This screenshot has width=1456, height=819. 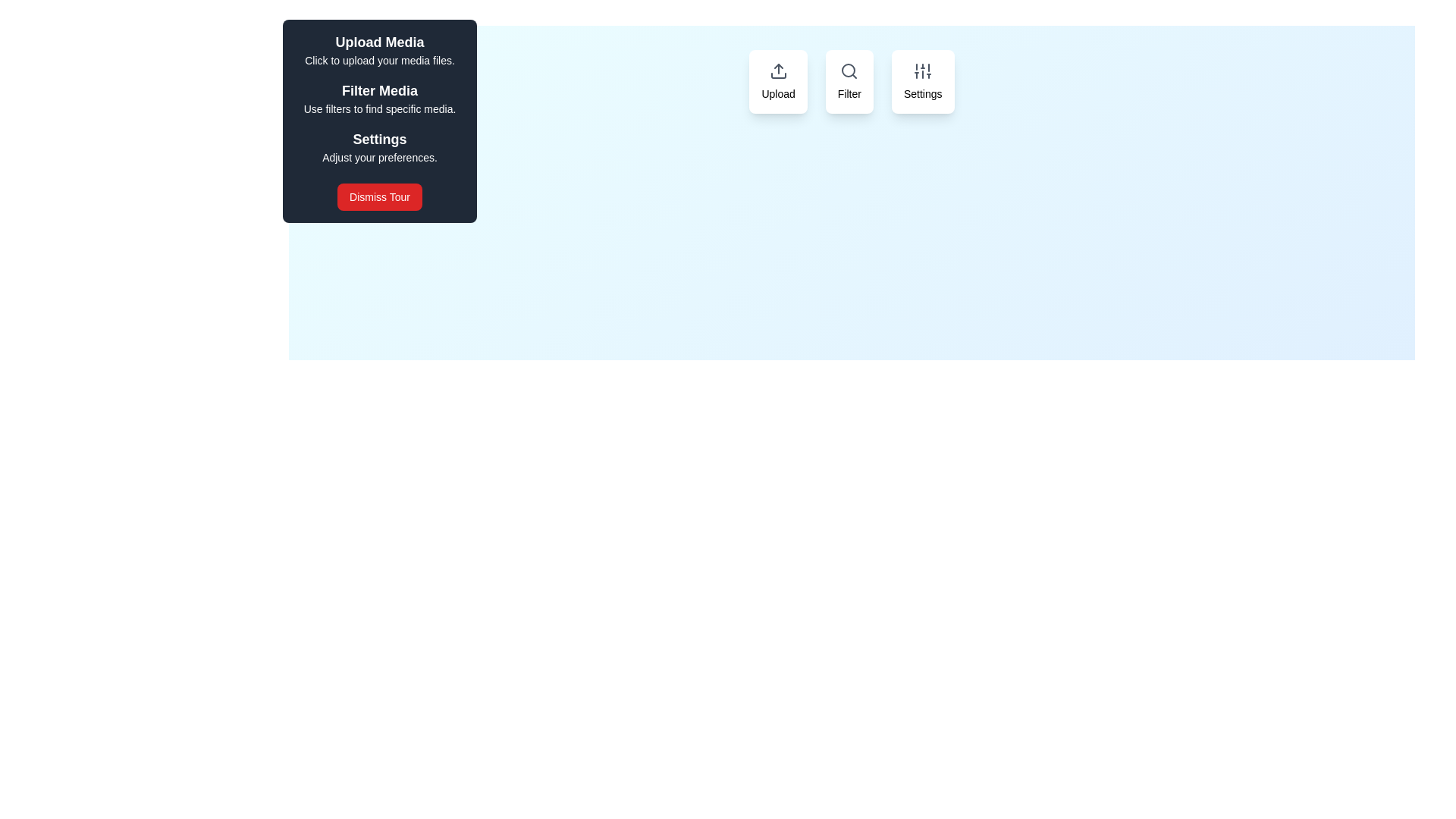 What do you see at coordinates (379, 99) in the screenshot?
I see `the Informational text block that serves as a section header for filter-related actions, located below 'Upload Media' and above 'Settings' in the dark gray popup card` at bounding box center [379, 99].